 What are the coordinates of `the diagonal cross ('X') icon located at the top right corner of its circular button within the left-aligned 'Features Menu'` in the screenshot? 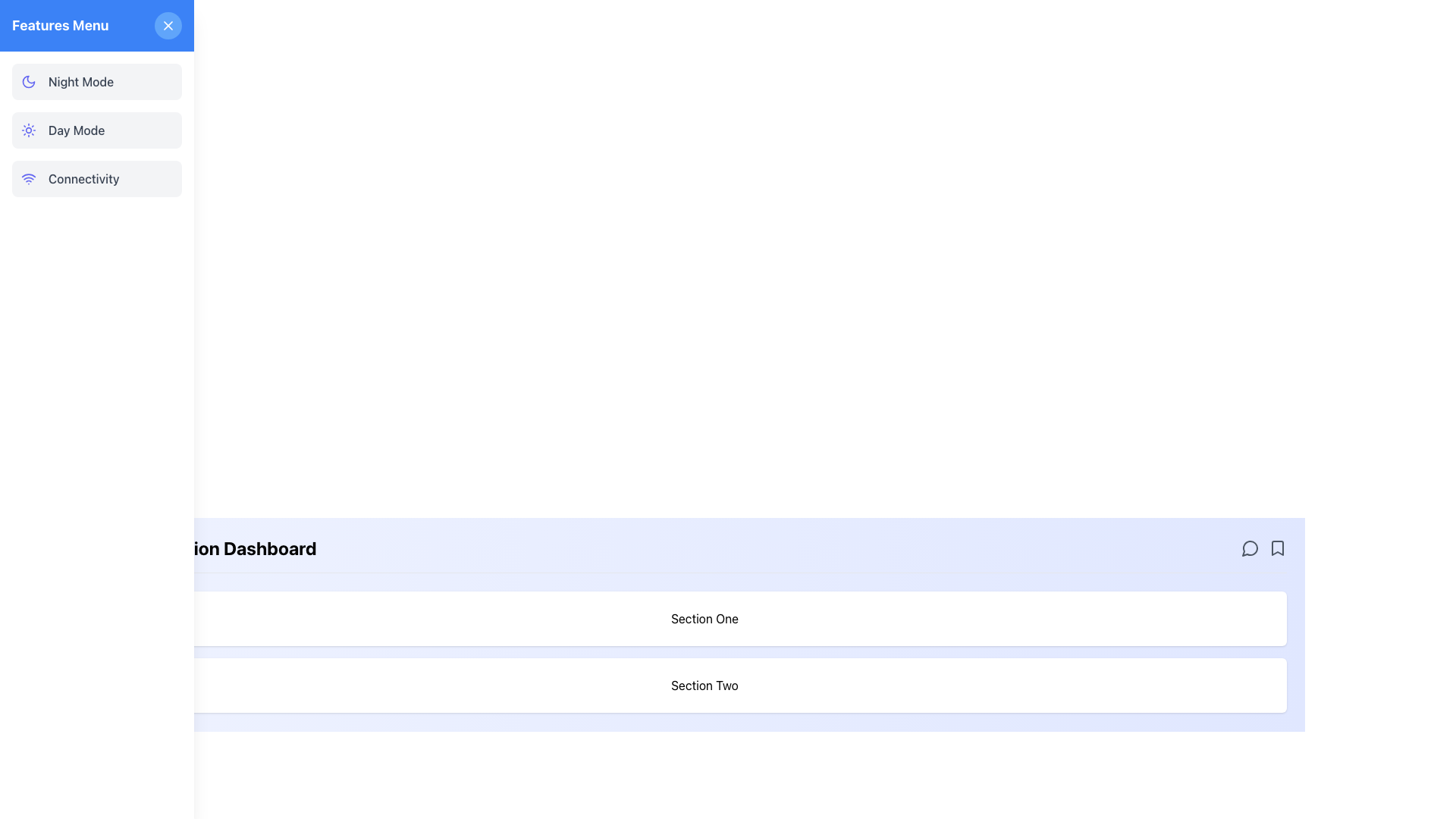 It's located at (168, 26).